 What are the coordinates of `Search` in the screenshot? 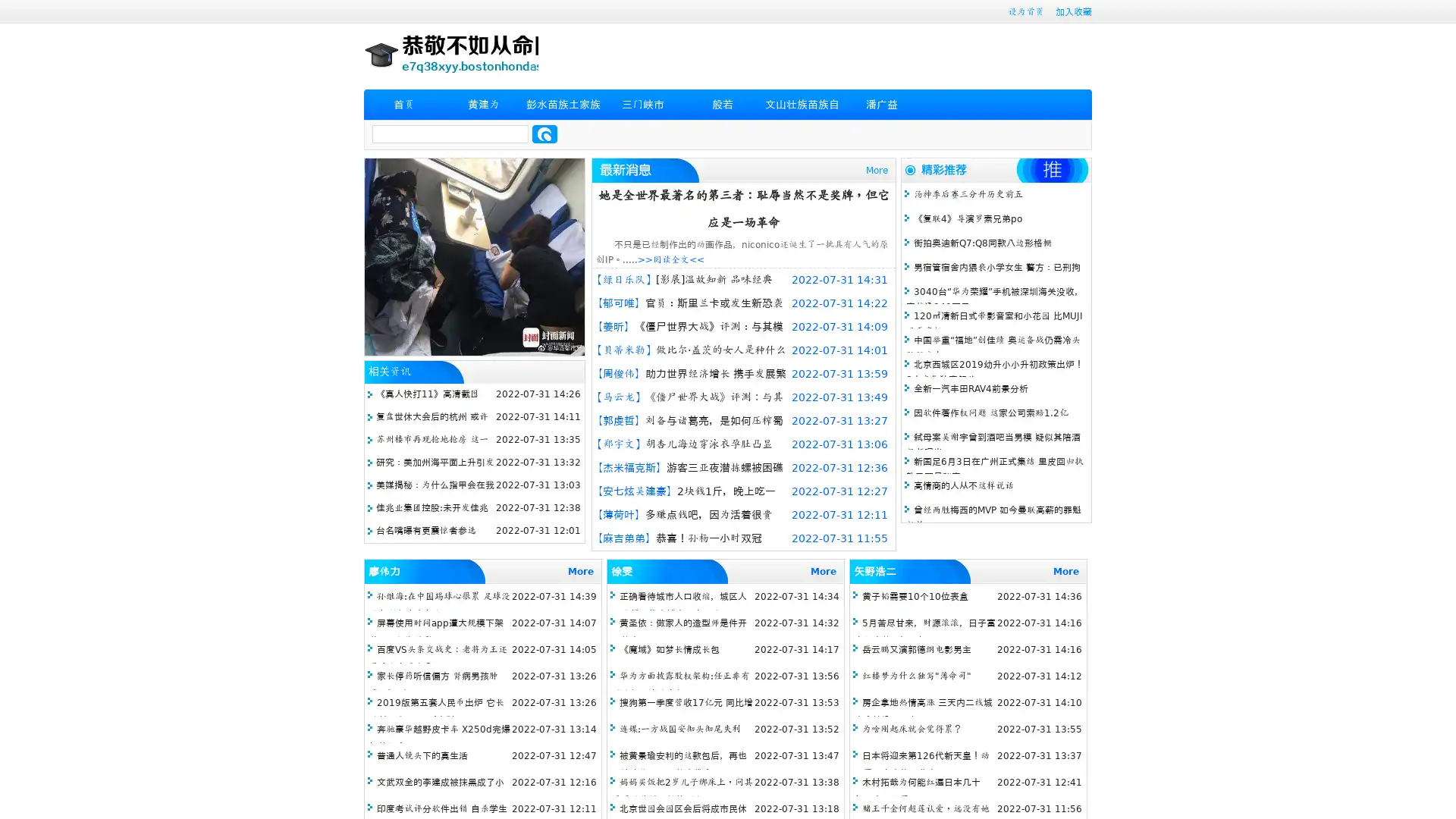 It's located at (544, 133).